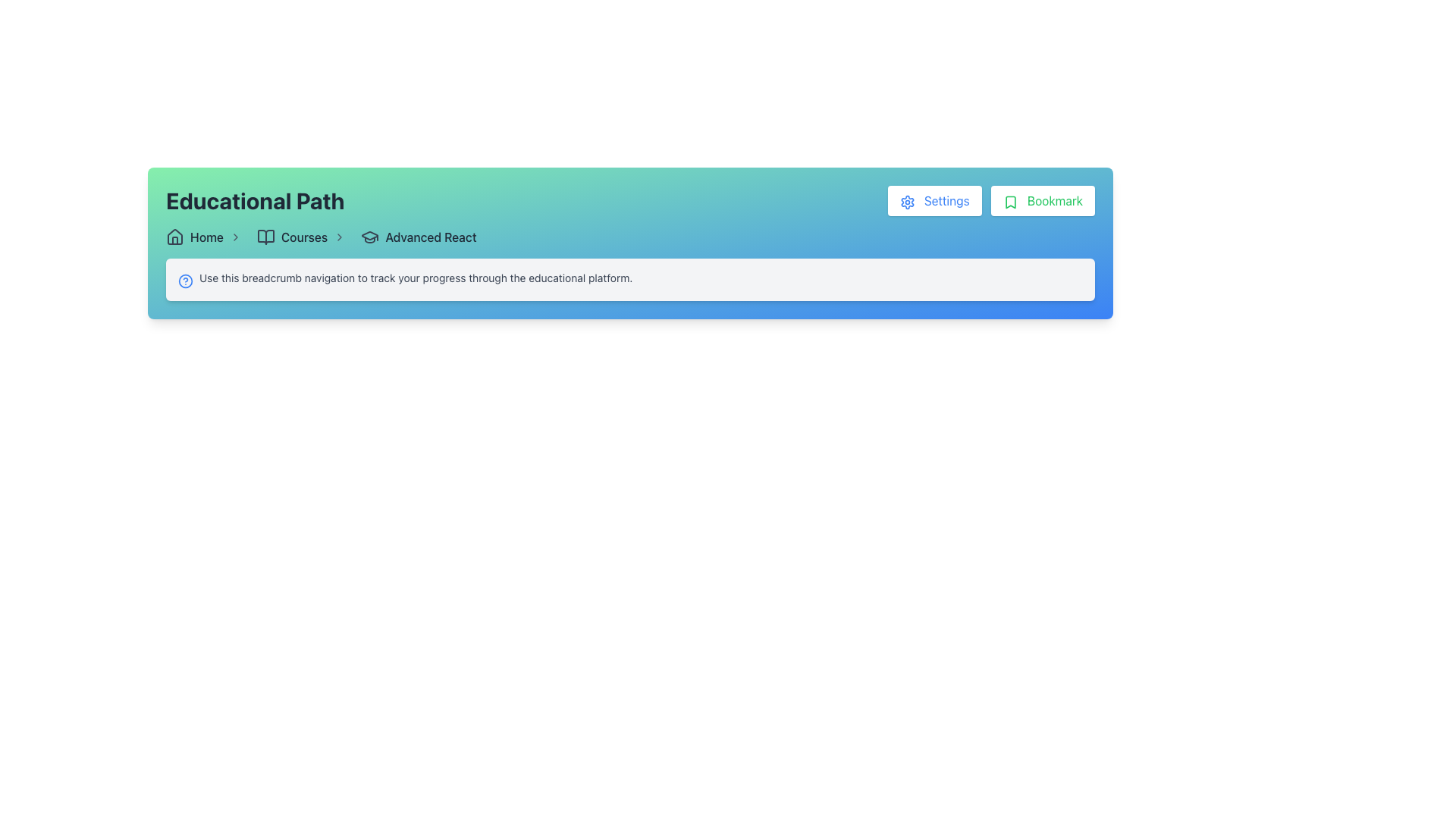 Image resolution: width=1456 pixels, height=819 pixels. I want to click on the decorative 'Settings' icon located immediately to the left of the 'Settings' text in the top-right section of the interface, so click(907, 201).